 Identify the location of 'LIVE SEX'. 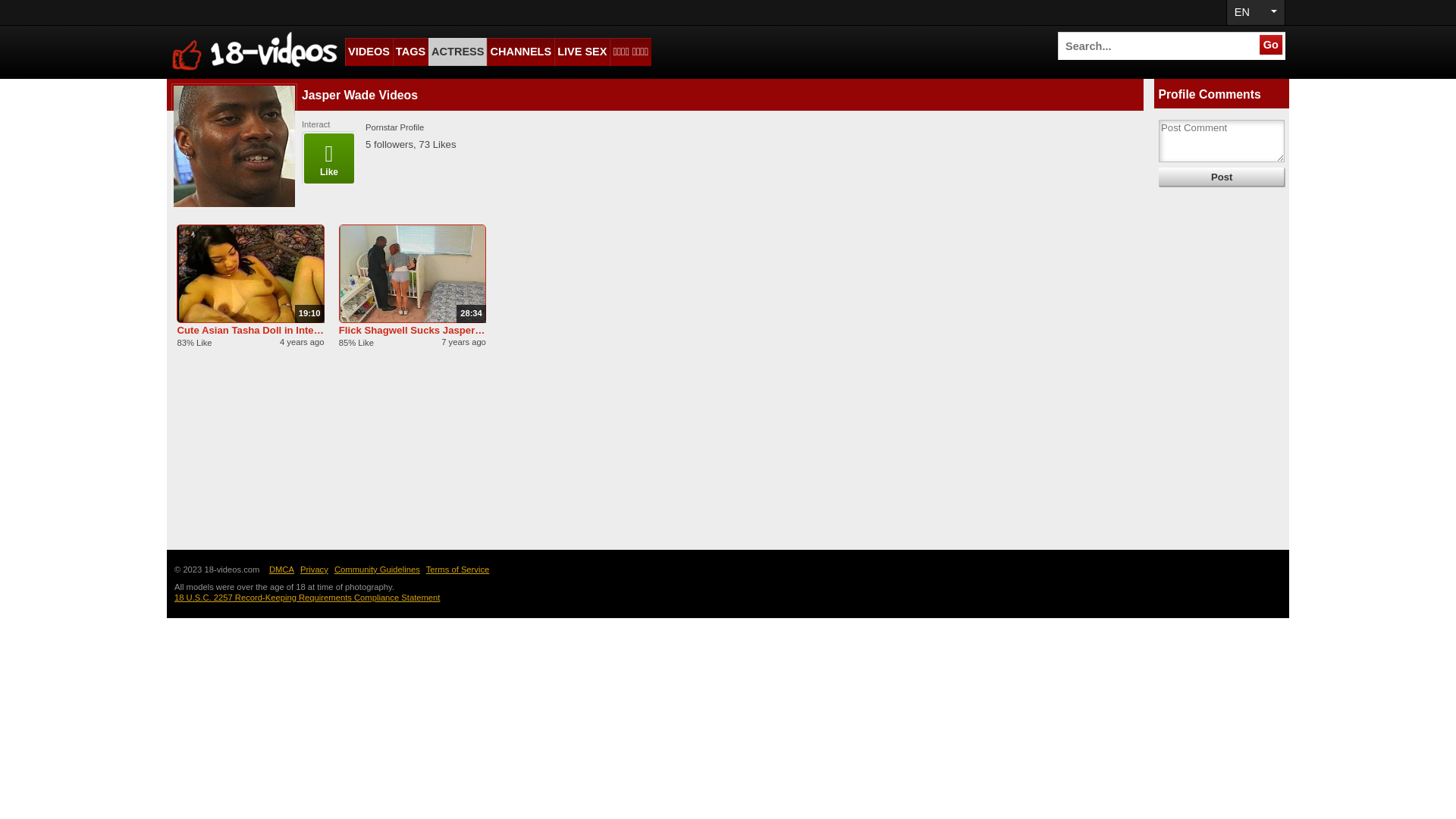
(581, 51).